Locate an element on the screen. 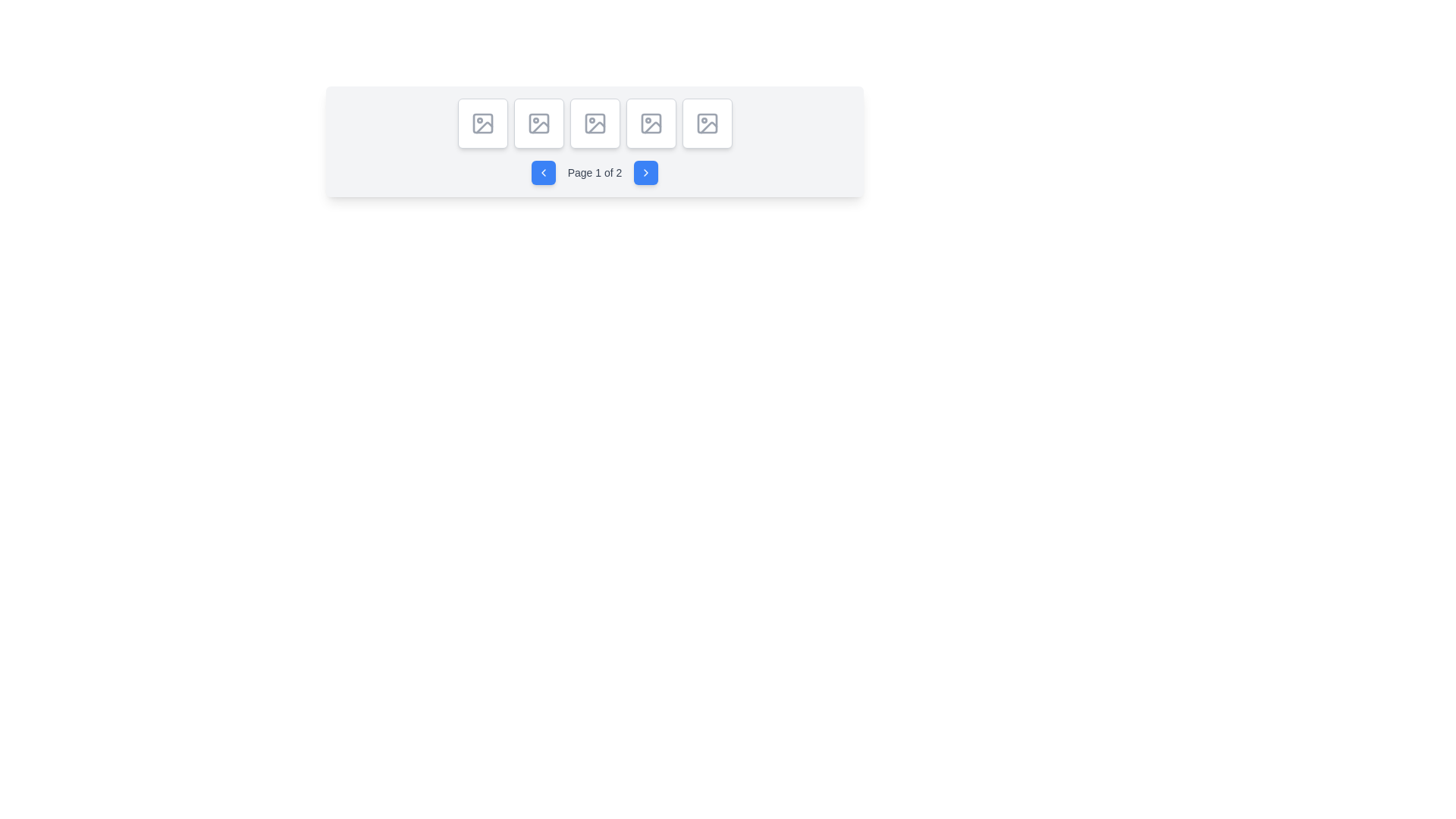  the decorative graphical component within the SVG that represents a part of the graphical icon used to depict an image placeholder, located at the bottom right corner of the placeholder icon is located at coordinates (483, 127).